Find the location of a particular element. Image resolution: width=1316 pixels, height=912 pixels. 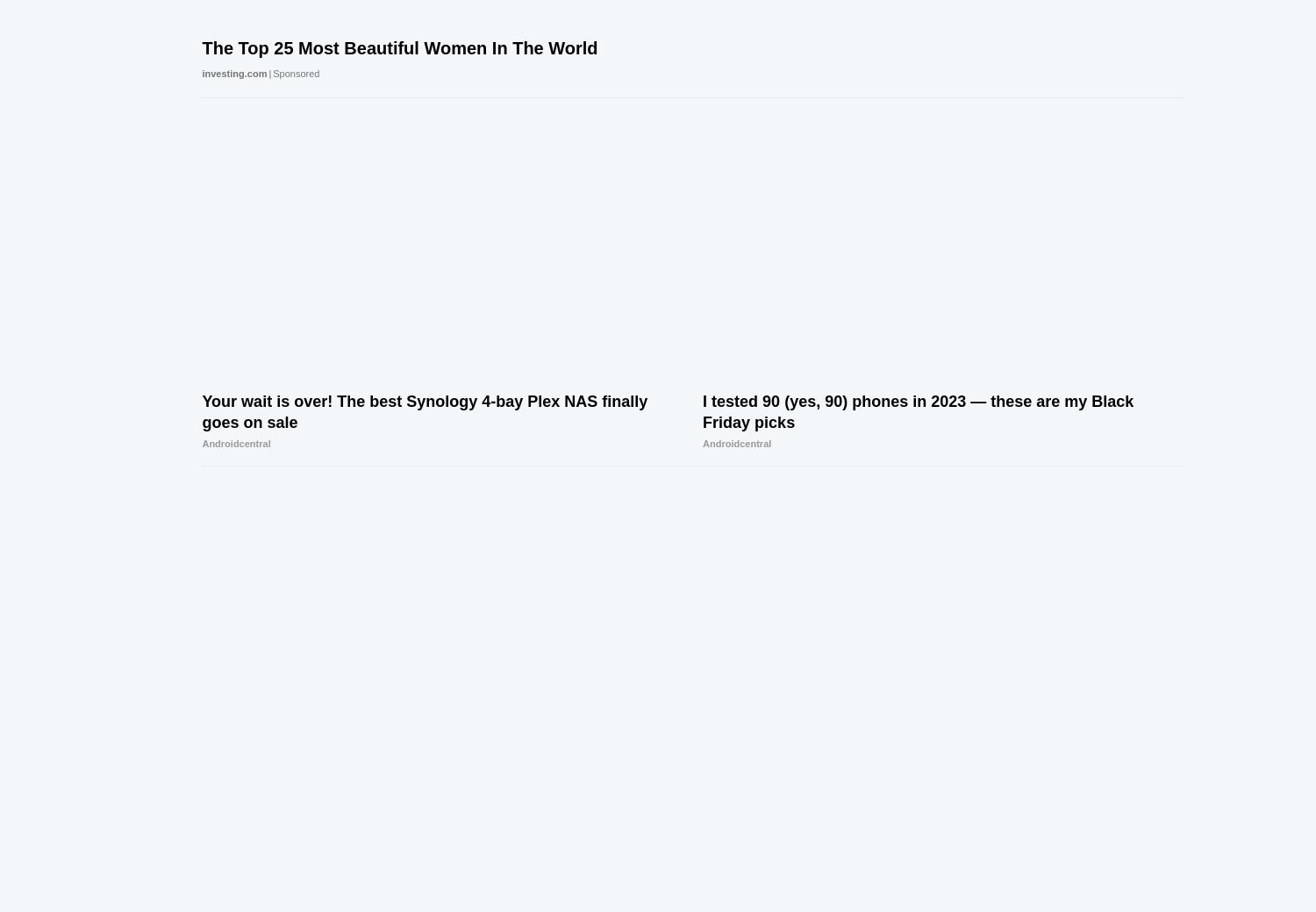

'© Future Publishing Limited Quay House, The Ambury, Bath BA1 1UA.' is located at coordinates (256, 783).